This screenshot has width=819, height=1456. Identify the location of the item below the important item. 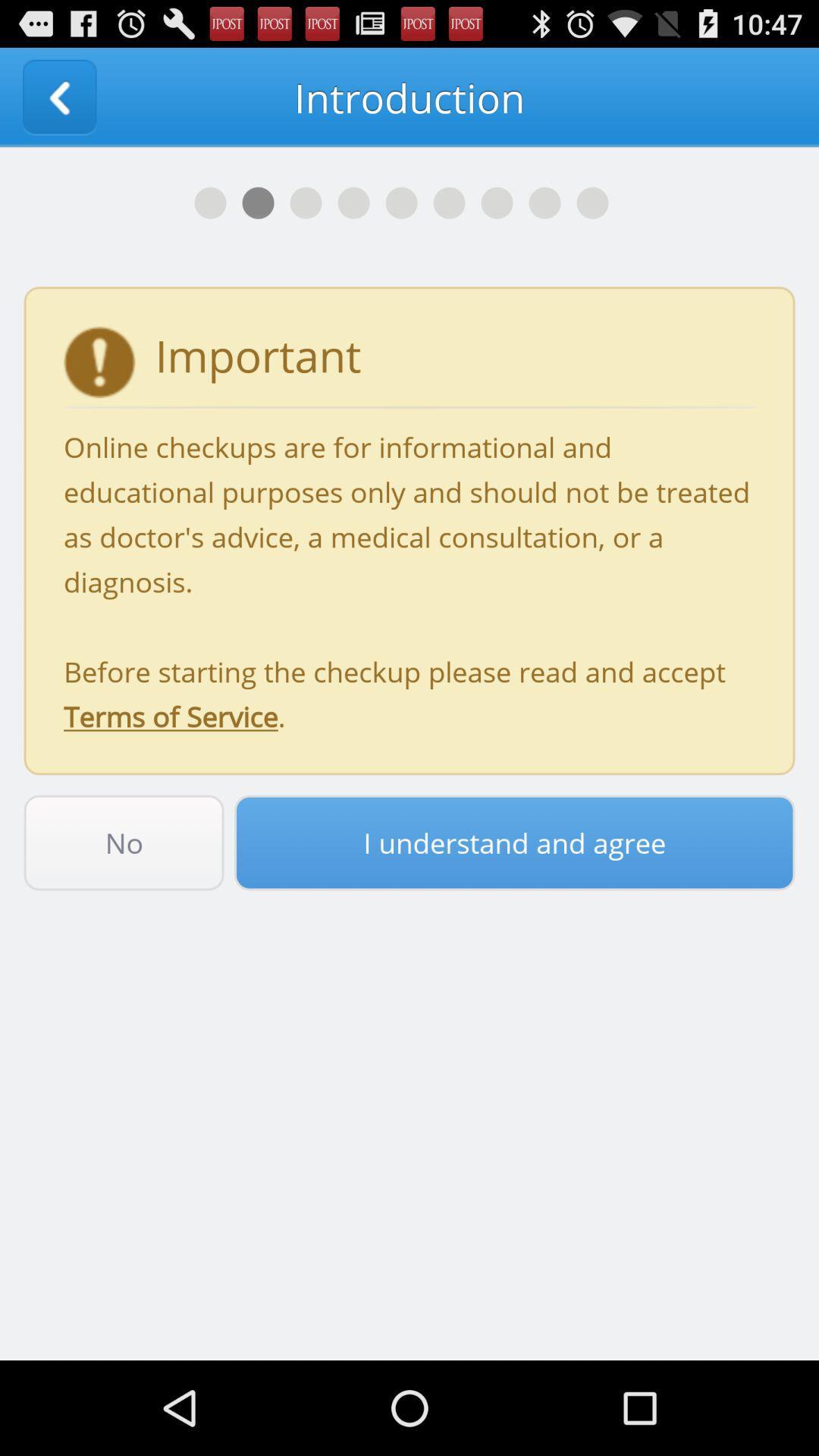
(409, 581).